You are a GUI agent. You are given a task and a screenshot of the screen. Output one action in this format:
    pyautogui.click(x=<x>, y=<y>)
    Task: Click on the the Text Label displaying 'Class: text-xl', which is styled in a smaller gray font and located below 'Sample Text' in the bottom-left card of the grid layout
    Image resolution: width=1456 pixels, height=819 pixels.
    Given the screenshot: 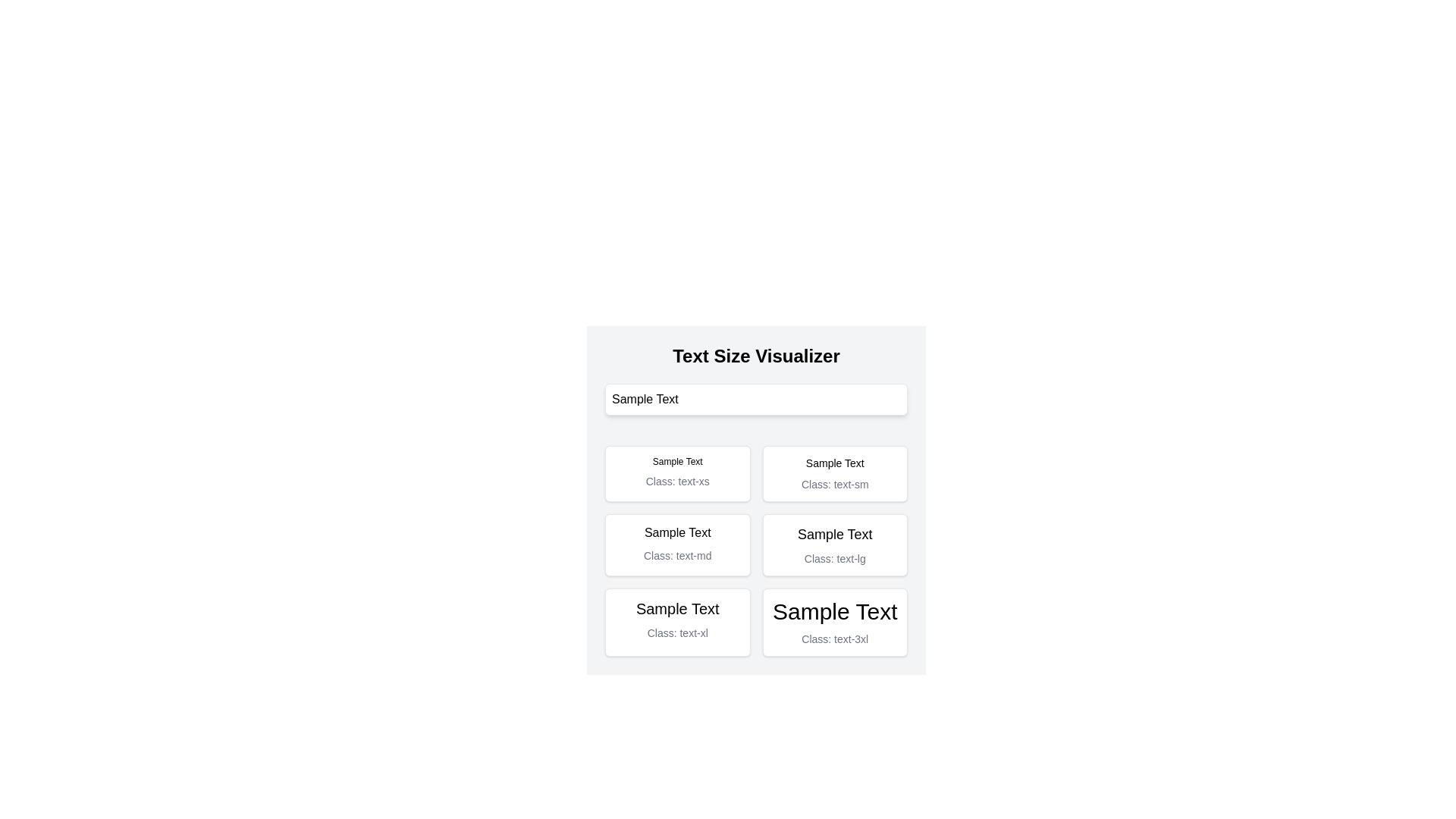 What is the action you would take?
    pyautogui.click(x=676, y=632)
    